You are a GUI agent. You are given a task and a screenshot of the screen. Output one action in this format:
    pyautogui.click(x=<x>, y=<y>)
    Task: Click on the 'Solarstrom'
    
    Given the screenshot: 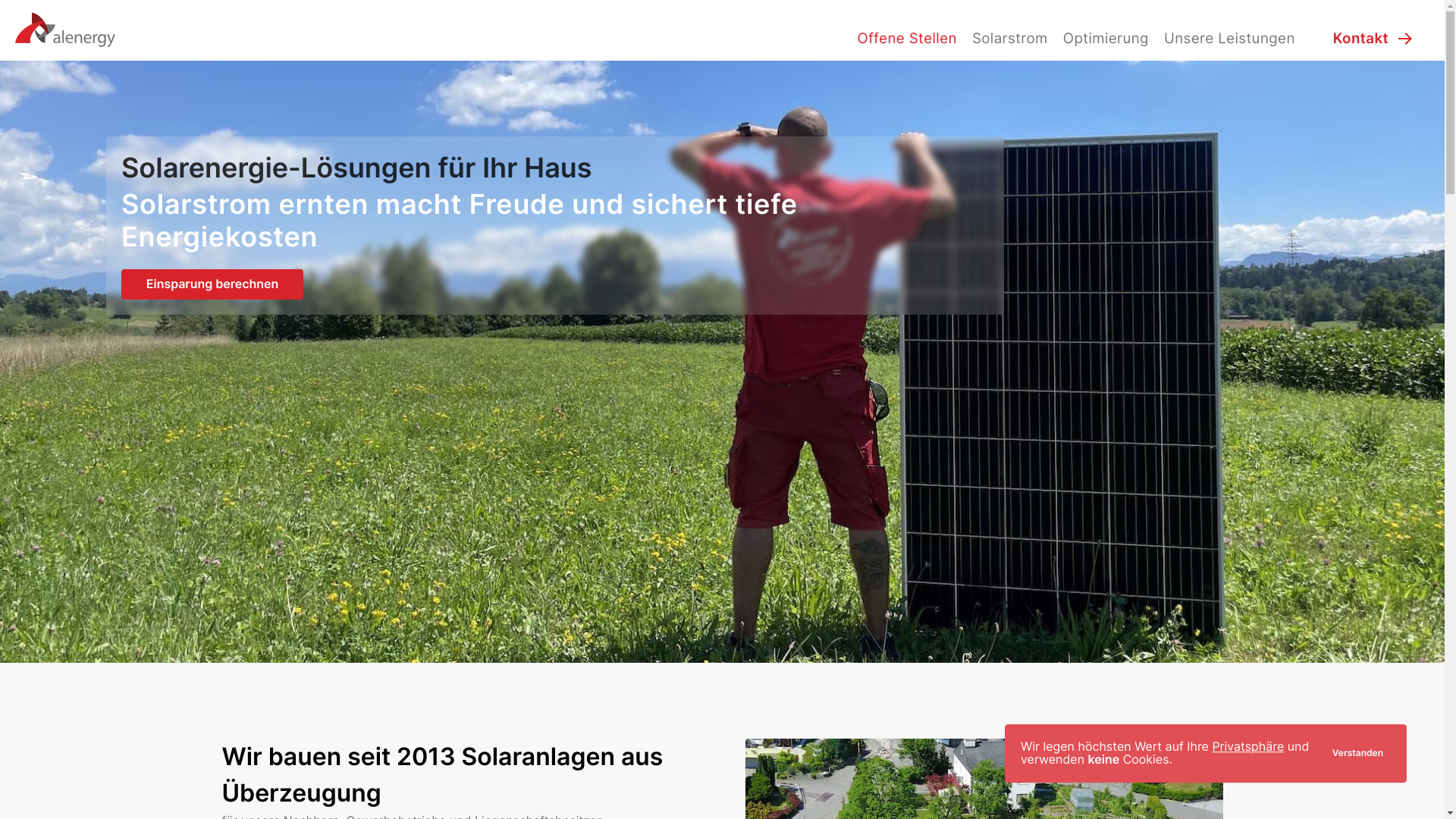 What is the action you would take?
    pyautogui.click(x=964, y=37)
    